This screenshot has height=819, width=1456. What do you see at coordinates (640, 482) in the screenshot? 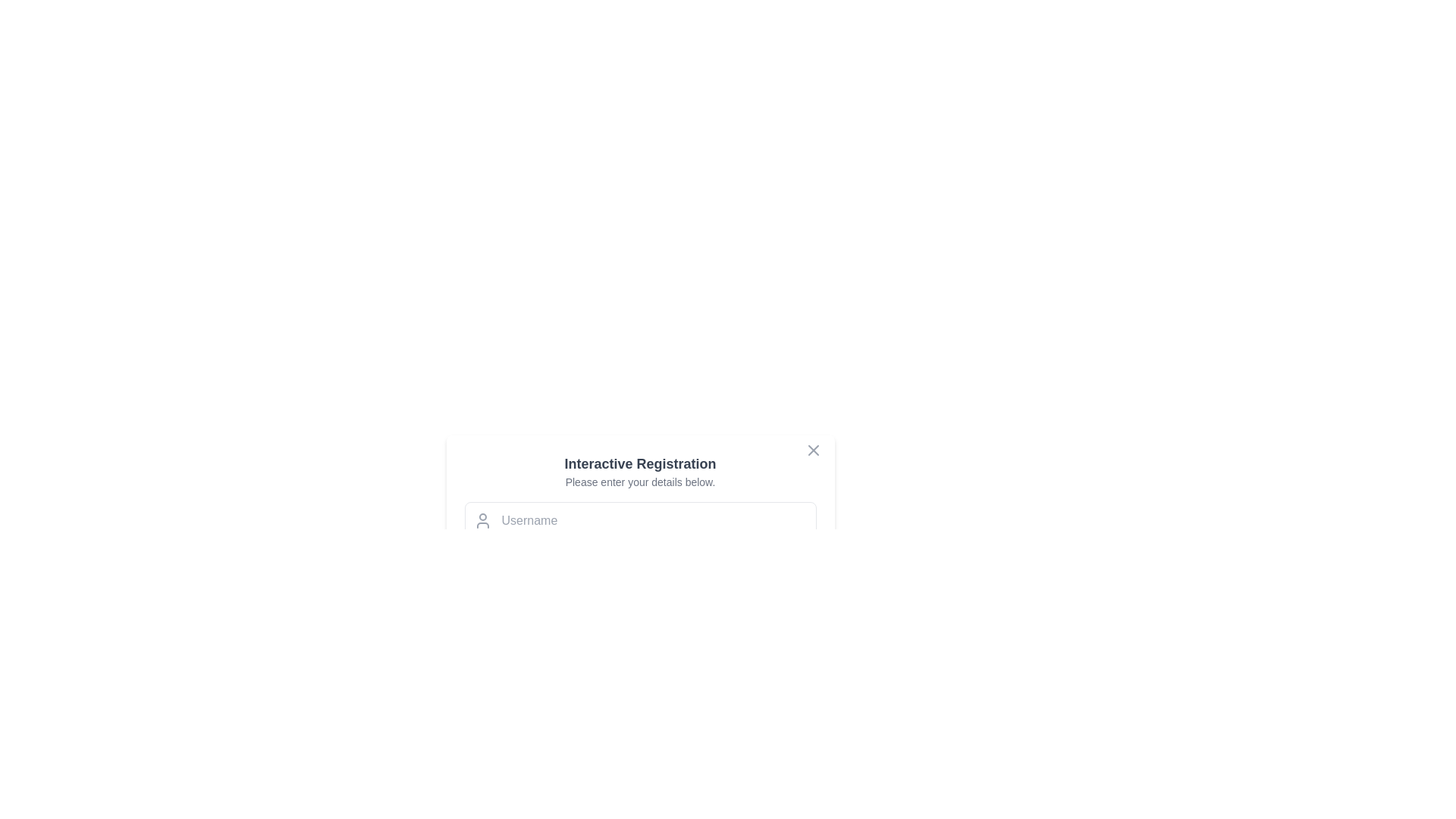
I see `the static text label providing instructions below the 'Interactive Registration' heading in the centered popup dialog` at bounding box center [640, 482].